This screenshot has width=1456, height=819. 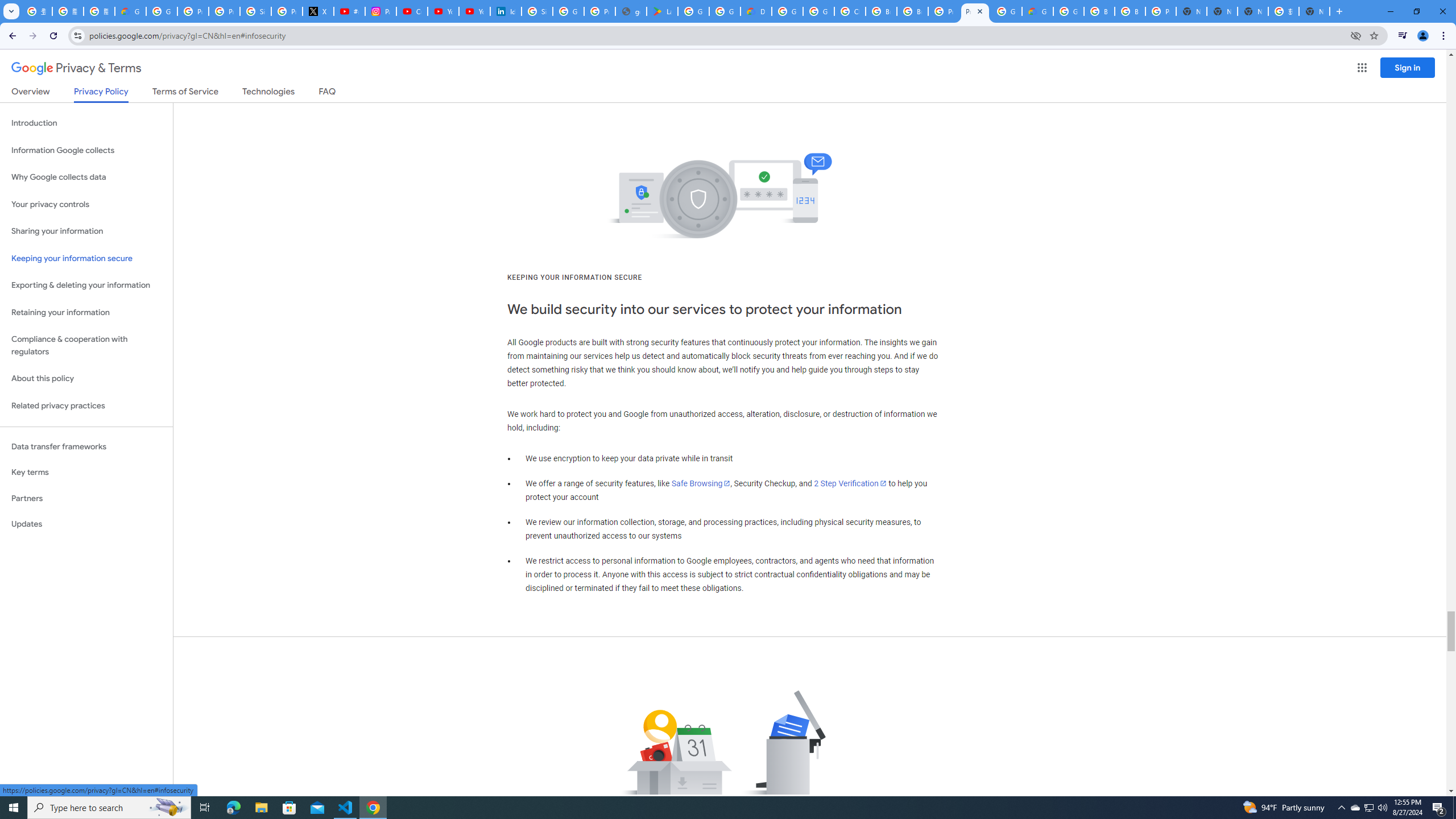 What do you see at coordinates (86, 346) in the screenshot?
I see `'Compliance & cooperation with regulators'` at bounding box center [86, 346].